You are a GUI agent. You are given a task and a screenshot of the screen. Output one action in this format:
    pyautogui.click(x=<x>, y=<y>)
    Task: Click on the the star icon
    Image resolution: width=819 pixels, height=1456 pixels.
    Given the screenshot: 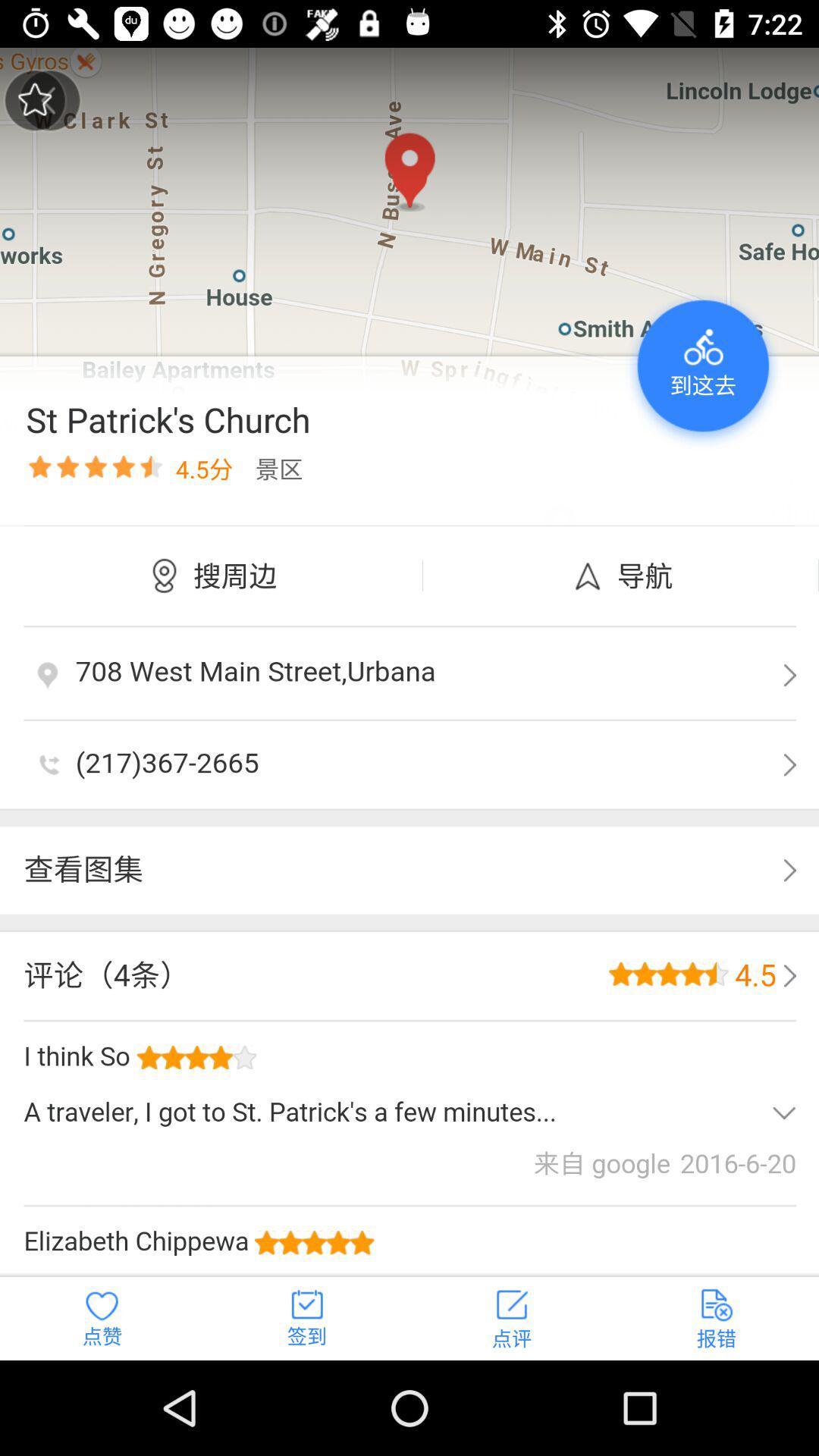 What is the action you would take?
    pyautogui.click(x=34, y=99)
    